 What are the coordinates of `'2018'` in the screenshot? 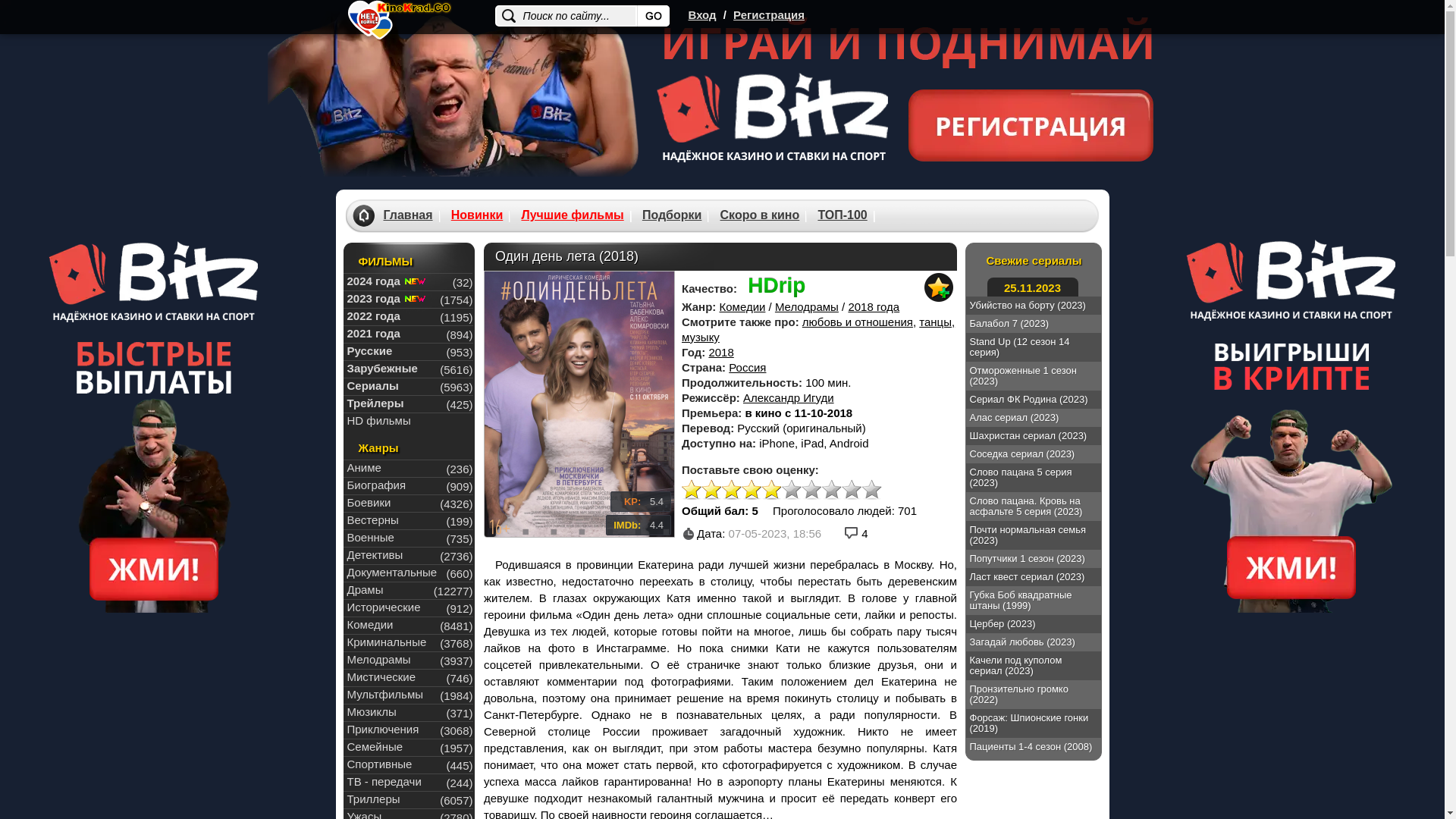 It's located at (720, 352).